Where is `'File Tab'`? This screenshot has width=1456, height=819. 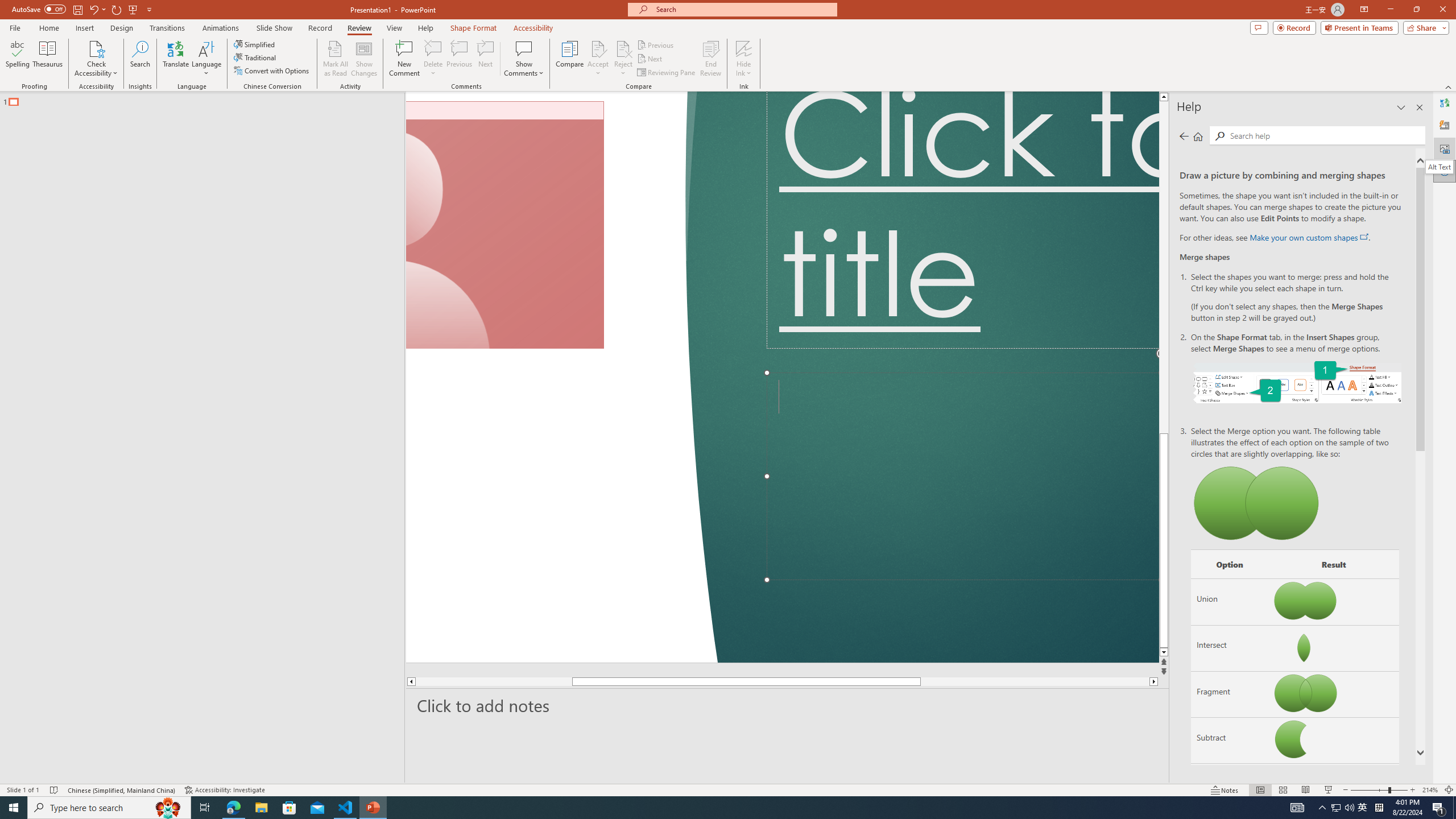 'File Tab' is located at coordinates (14, 27).